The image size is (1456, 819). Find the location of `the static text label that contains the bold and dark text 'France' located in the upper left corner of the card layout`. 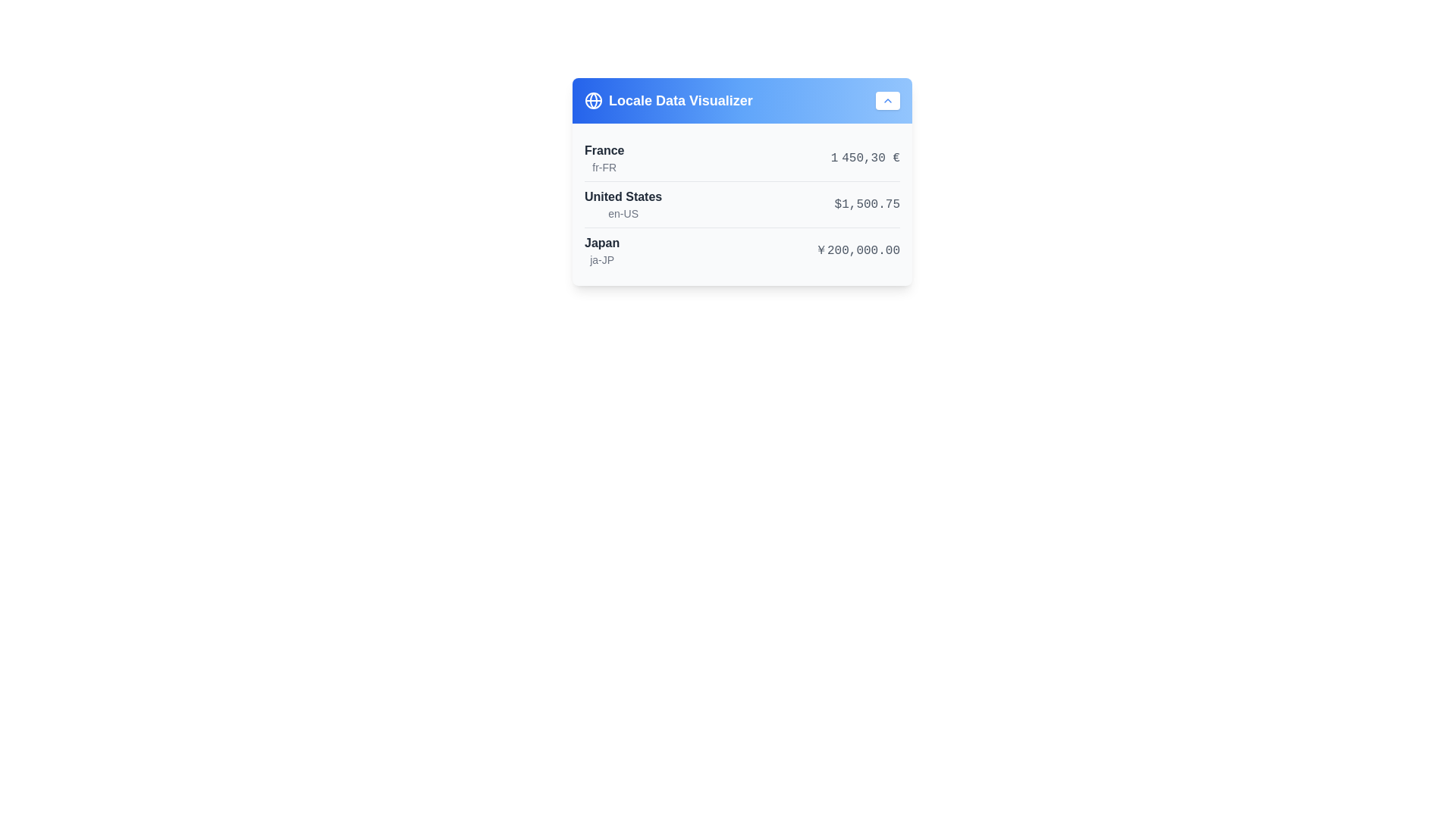

the static text label that contains the bold and dark text 'France' located in the upper left corner of the card layout is located at coordinates (604, 151).